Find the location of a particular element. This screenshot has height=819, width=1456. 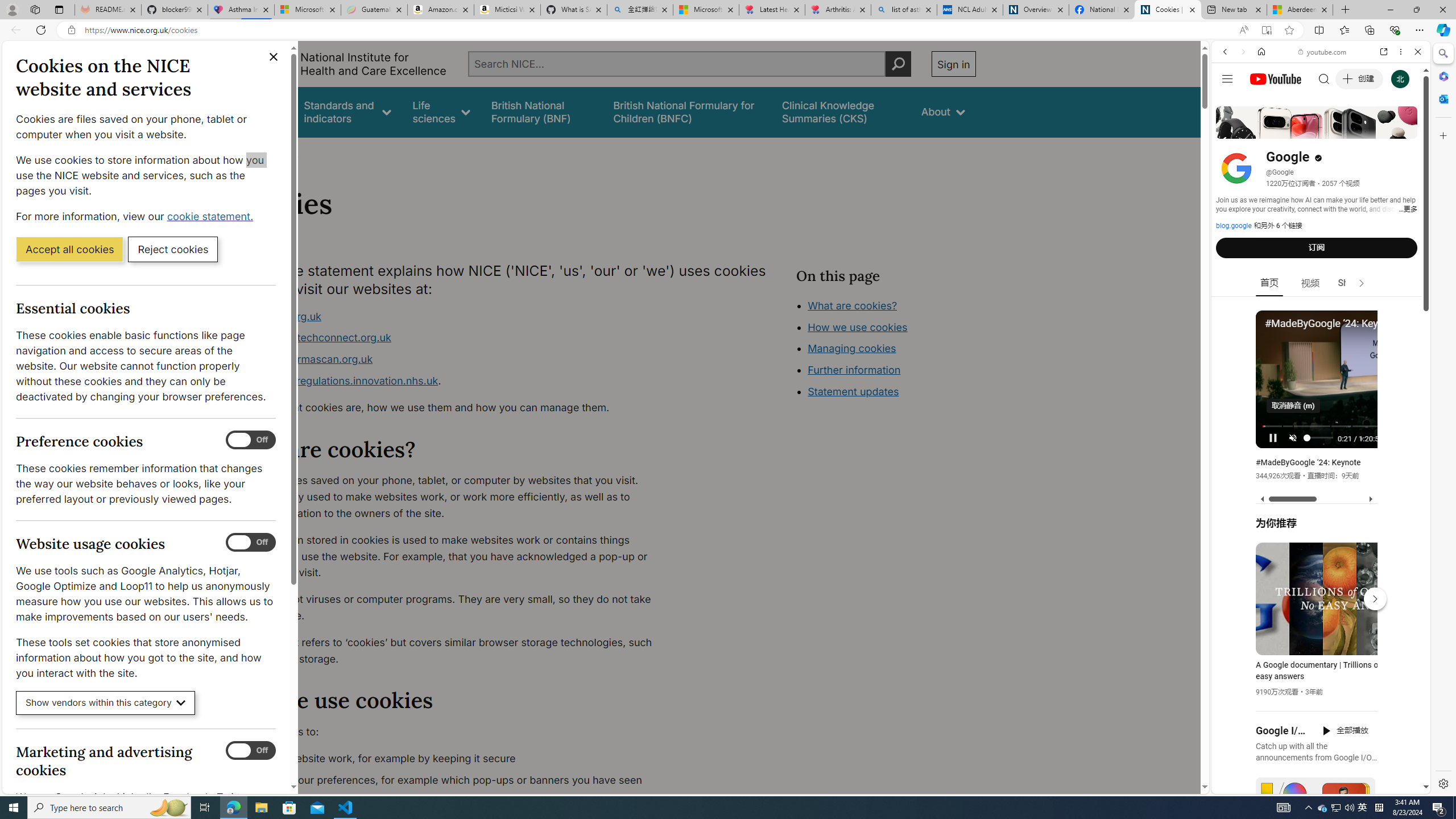

'US[ju]' is located at coordinates (1249, 784).